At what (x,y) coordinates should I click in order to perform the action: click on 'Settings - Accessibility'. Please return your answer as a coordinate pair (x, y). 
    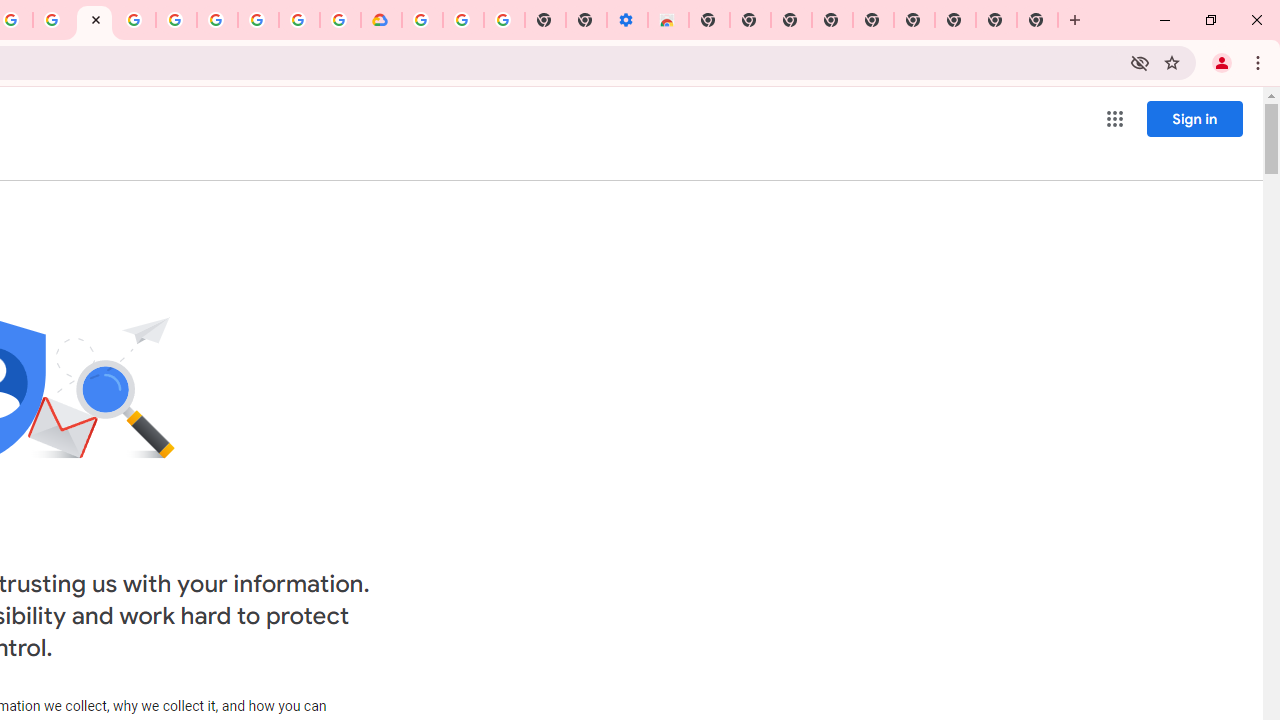
    Looking at the image, I should click on (626, 20).